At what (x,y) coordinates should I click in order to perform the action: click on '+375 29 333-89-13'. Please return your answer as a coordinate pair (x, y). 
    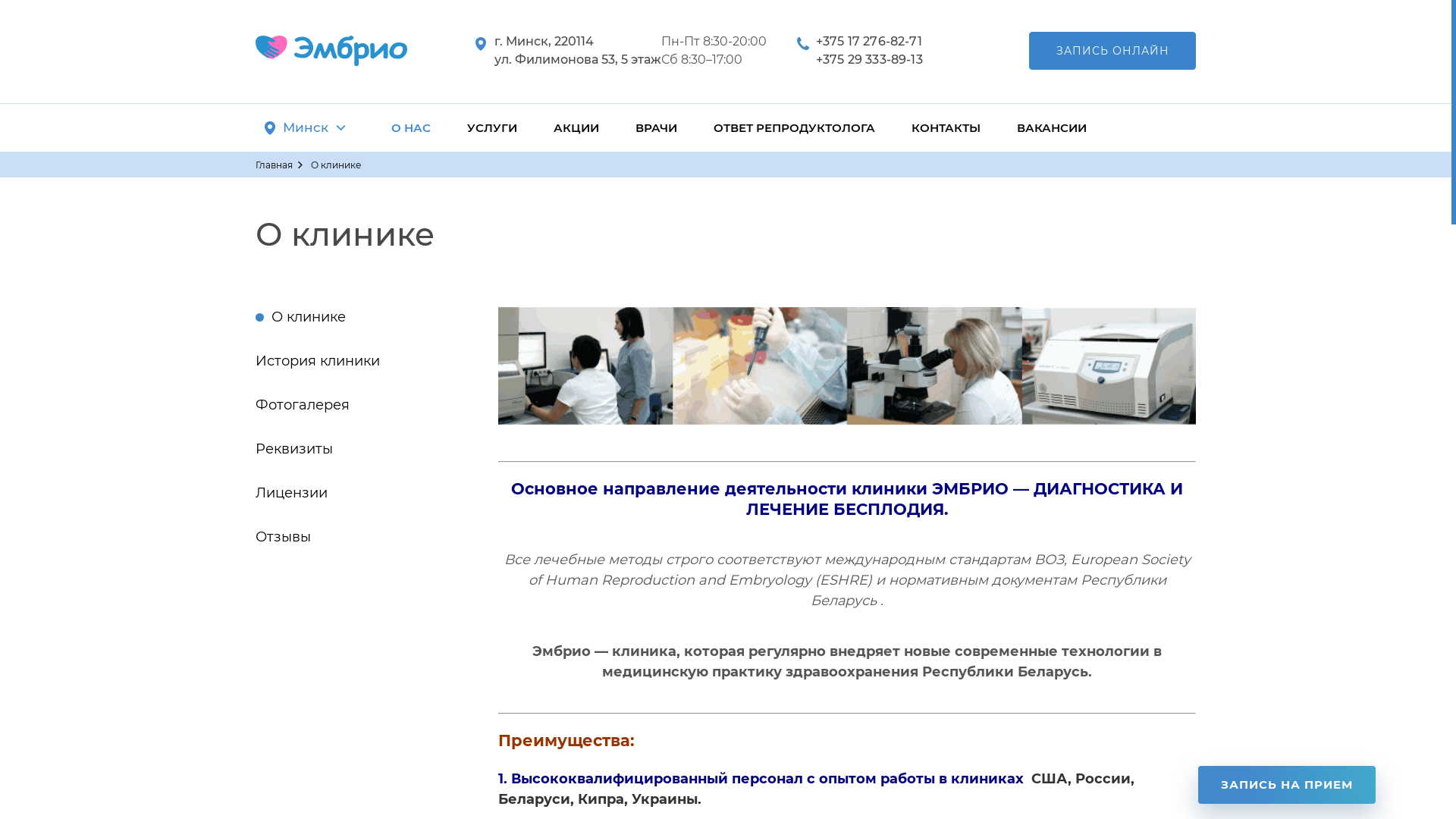
    Looking at the image, I should click on (869, 58).